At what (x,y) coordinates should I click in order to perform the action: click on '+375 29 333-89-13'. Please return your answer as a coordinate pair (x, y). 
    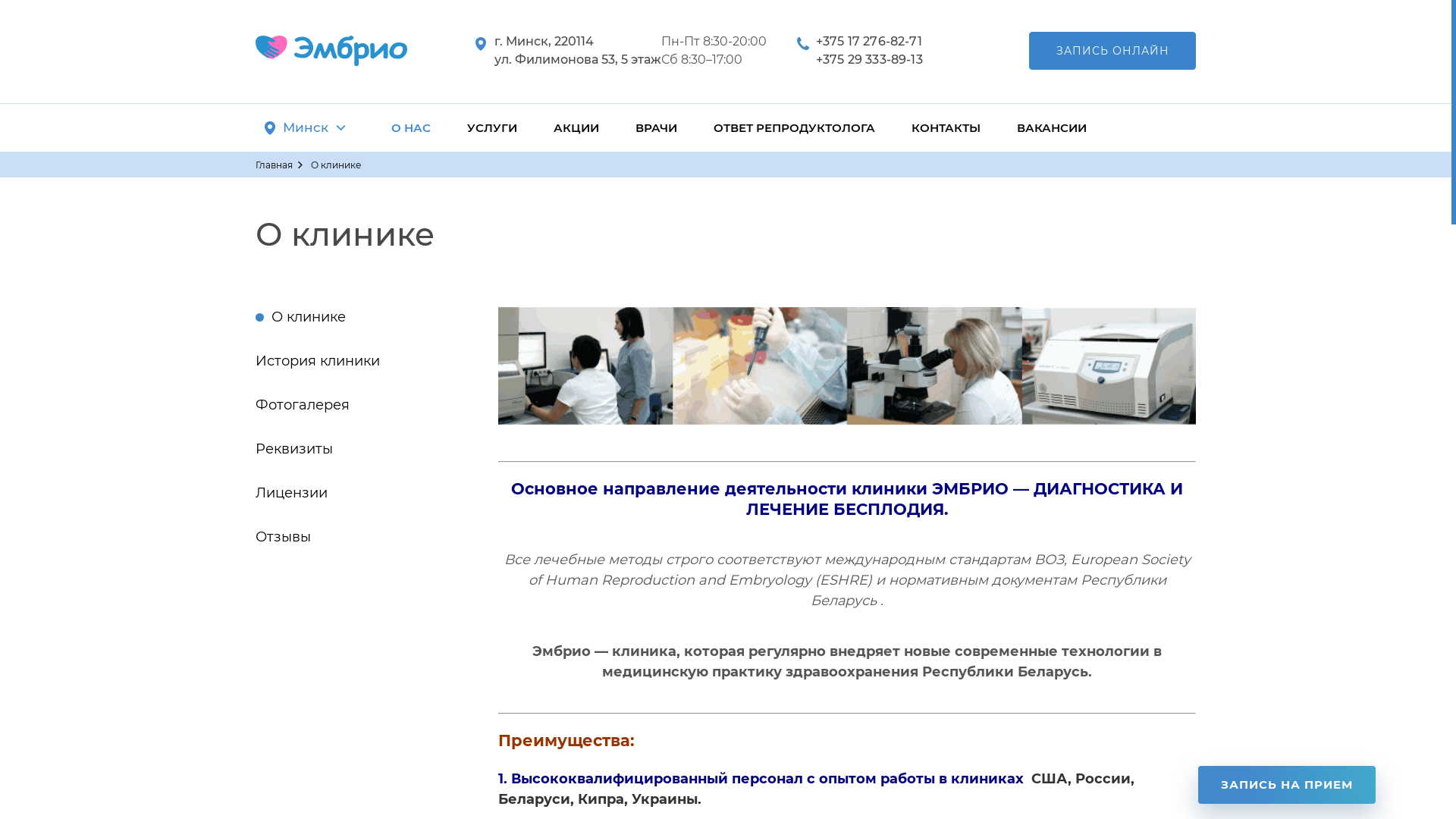
    Looking at the image, I should click on (869, 58).